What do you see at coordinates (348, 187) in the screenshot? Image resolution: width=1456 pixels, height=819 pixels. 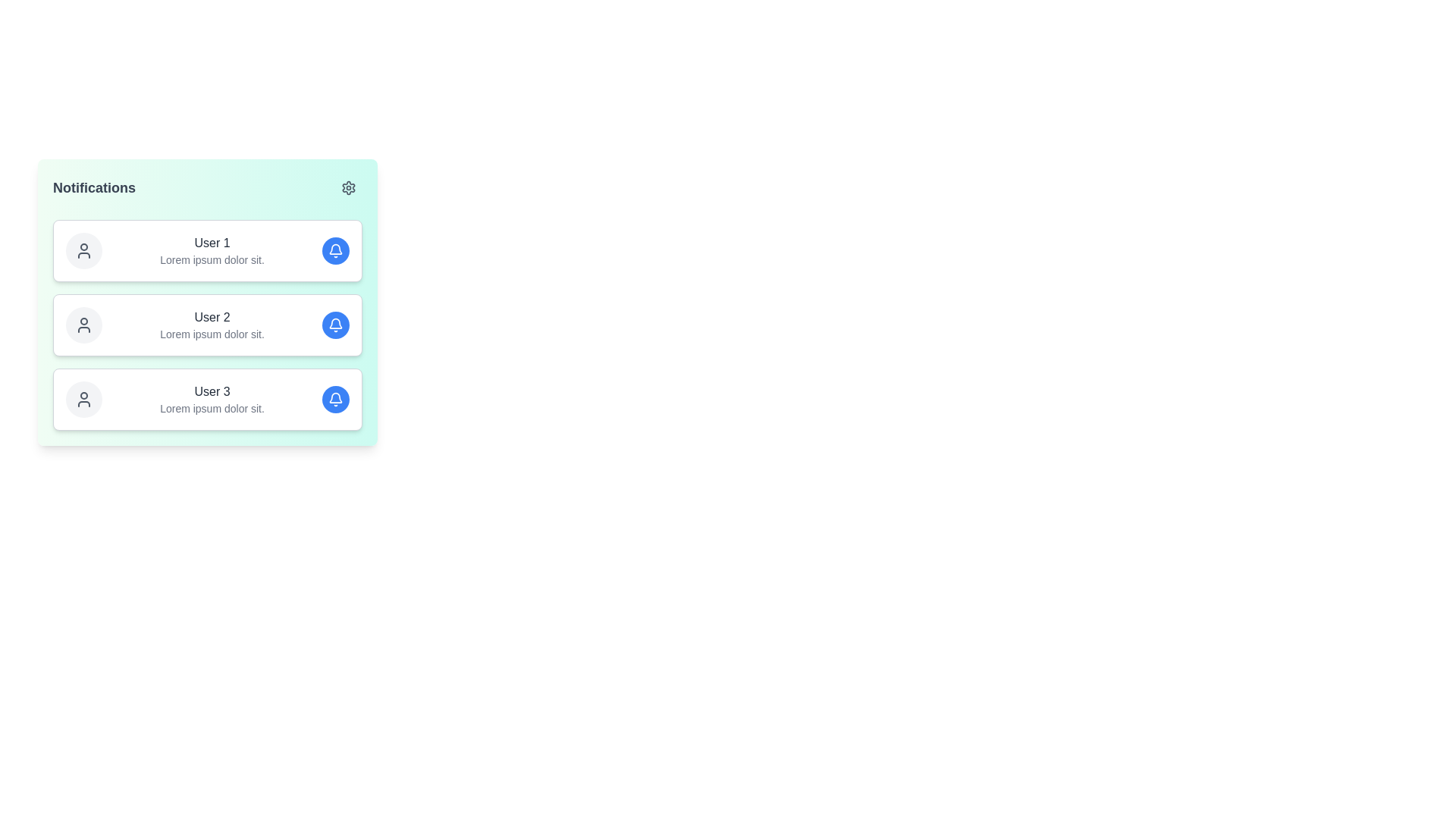 I see `the settings button located in the top-right corner of the notifications card, which is visually aligned with the 'Notifications' title` at bounding box center [348, 187].